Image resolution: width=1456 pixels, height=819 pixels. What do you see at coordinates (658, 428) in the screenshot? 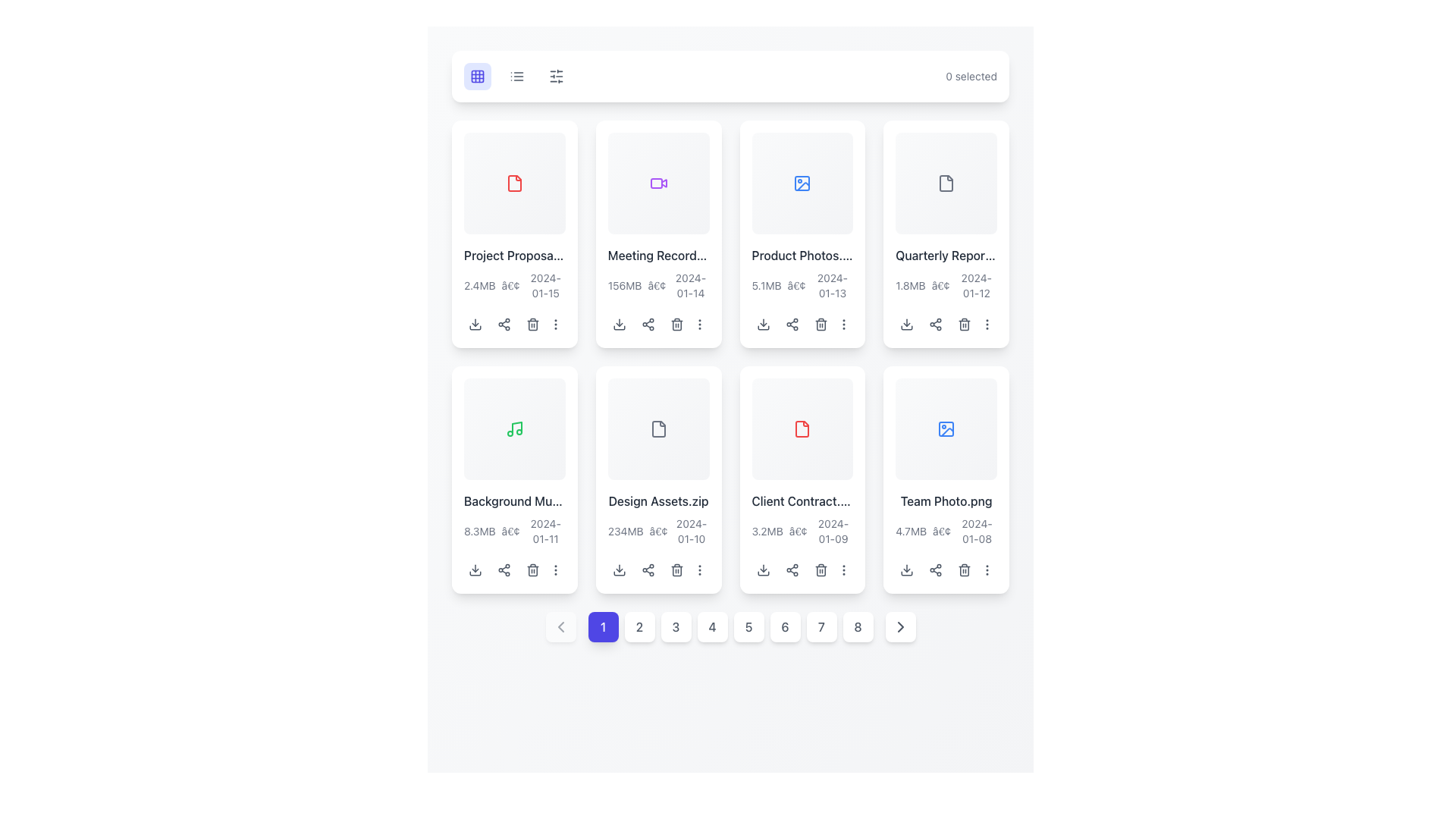
I see `the file icon located in the fourth card of the top row in the grid layout, which visually indicates the type or category of the associated file` at bounding box center [658, 428].